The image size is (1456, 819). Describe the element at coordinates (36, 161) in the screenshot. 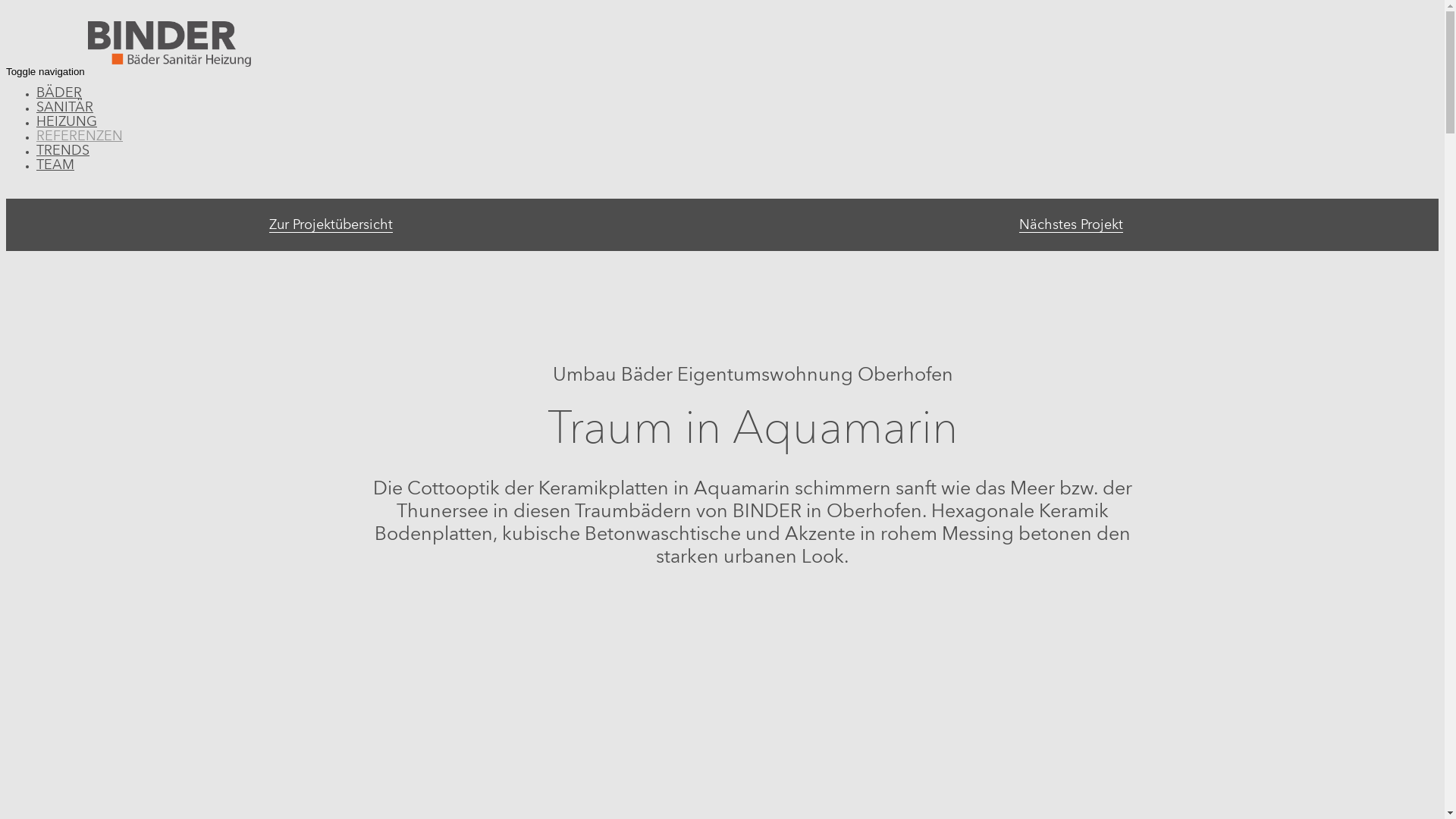

I see `'TEAM'` at that location.